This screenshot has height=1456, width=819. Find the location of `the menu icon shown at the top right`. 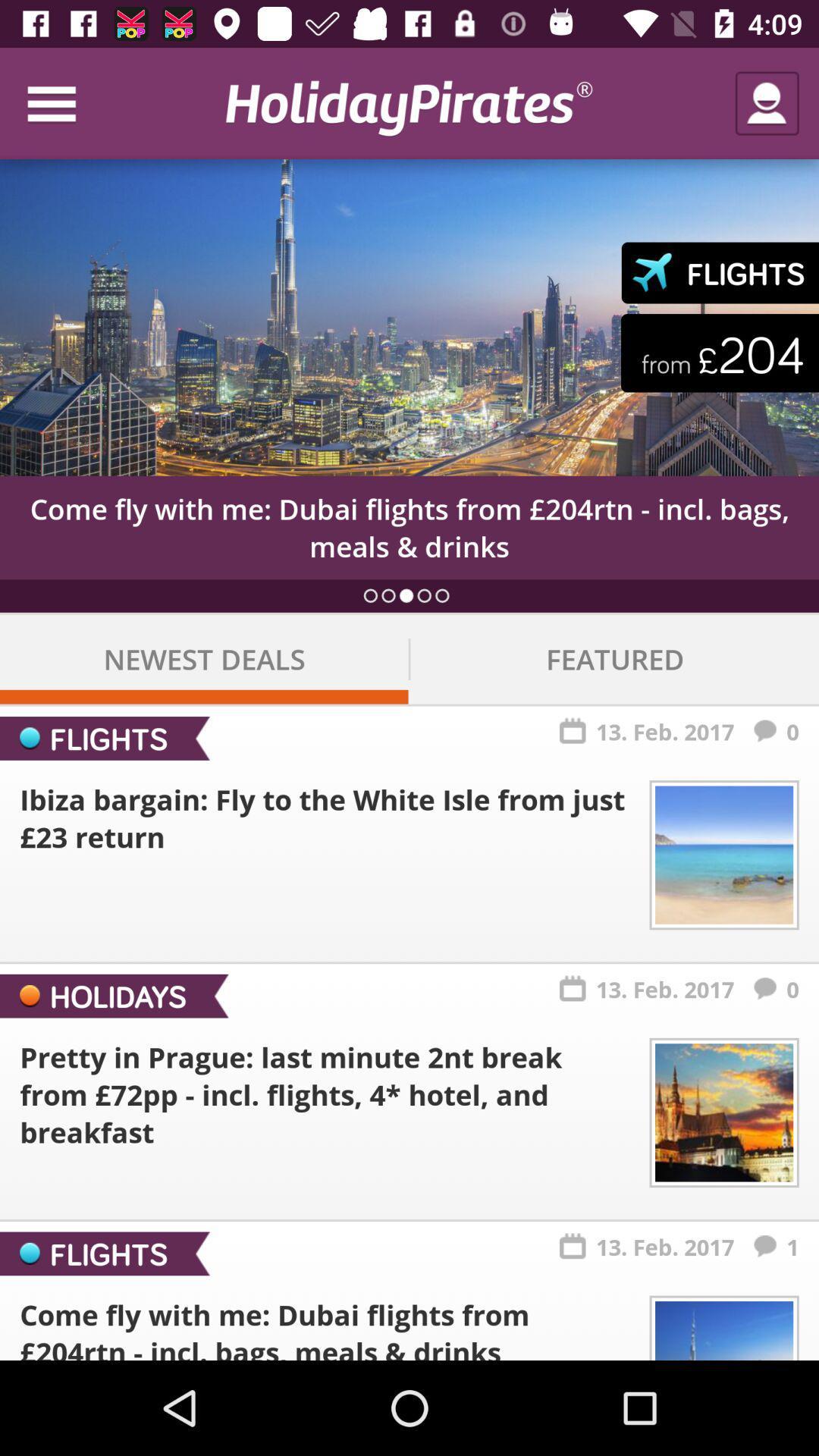

the menu icon shown at the top right is located at coordinates (66, 103).